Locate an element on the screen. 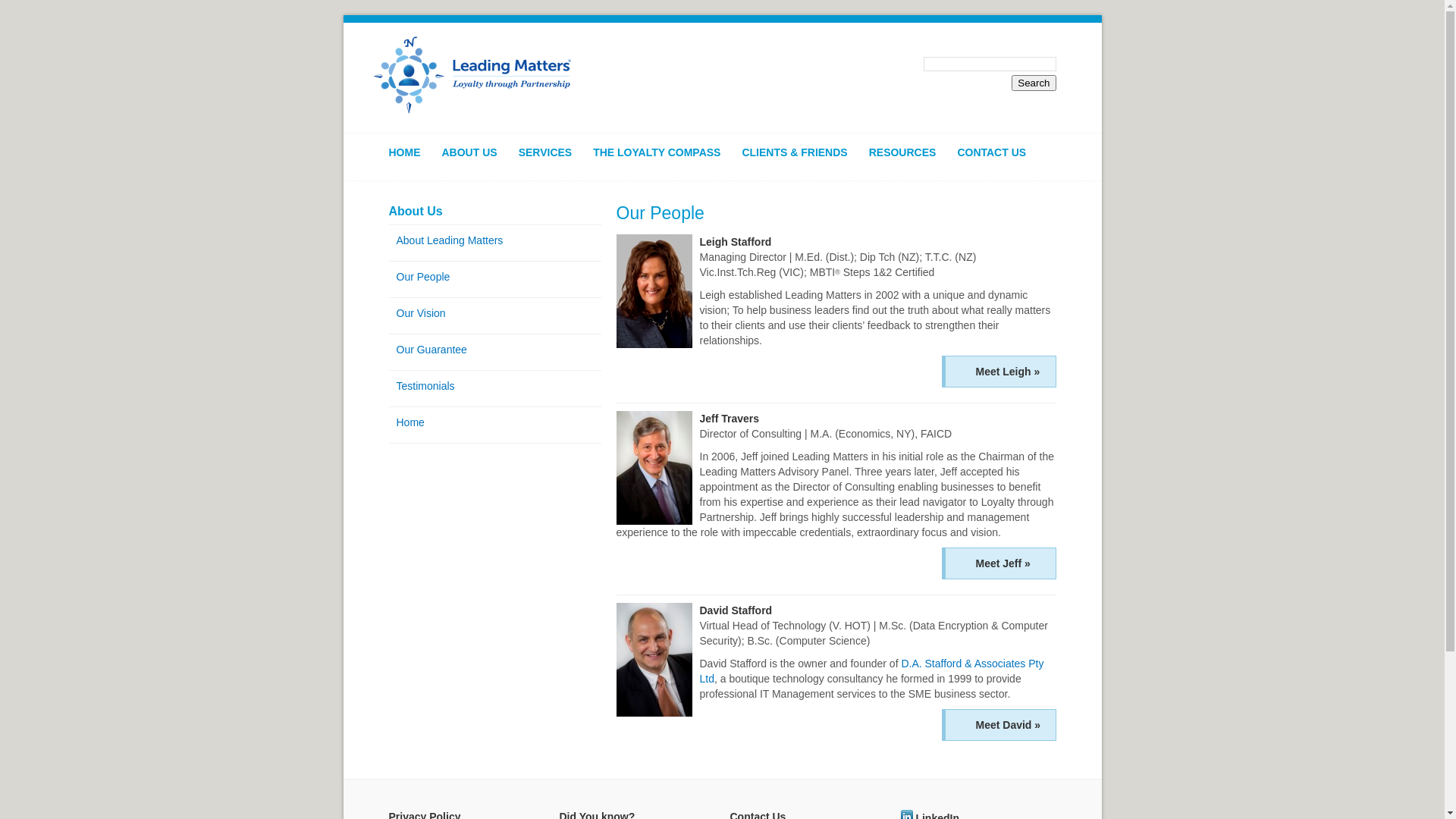  'Search' is located at coordinates (1012, 83).